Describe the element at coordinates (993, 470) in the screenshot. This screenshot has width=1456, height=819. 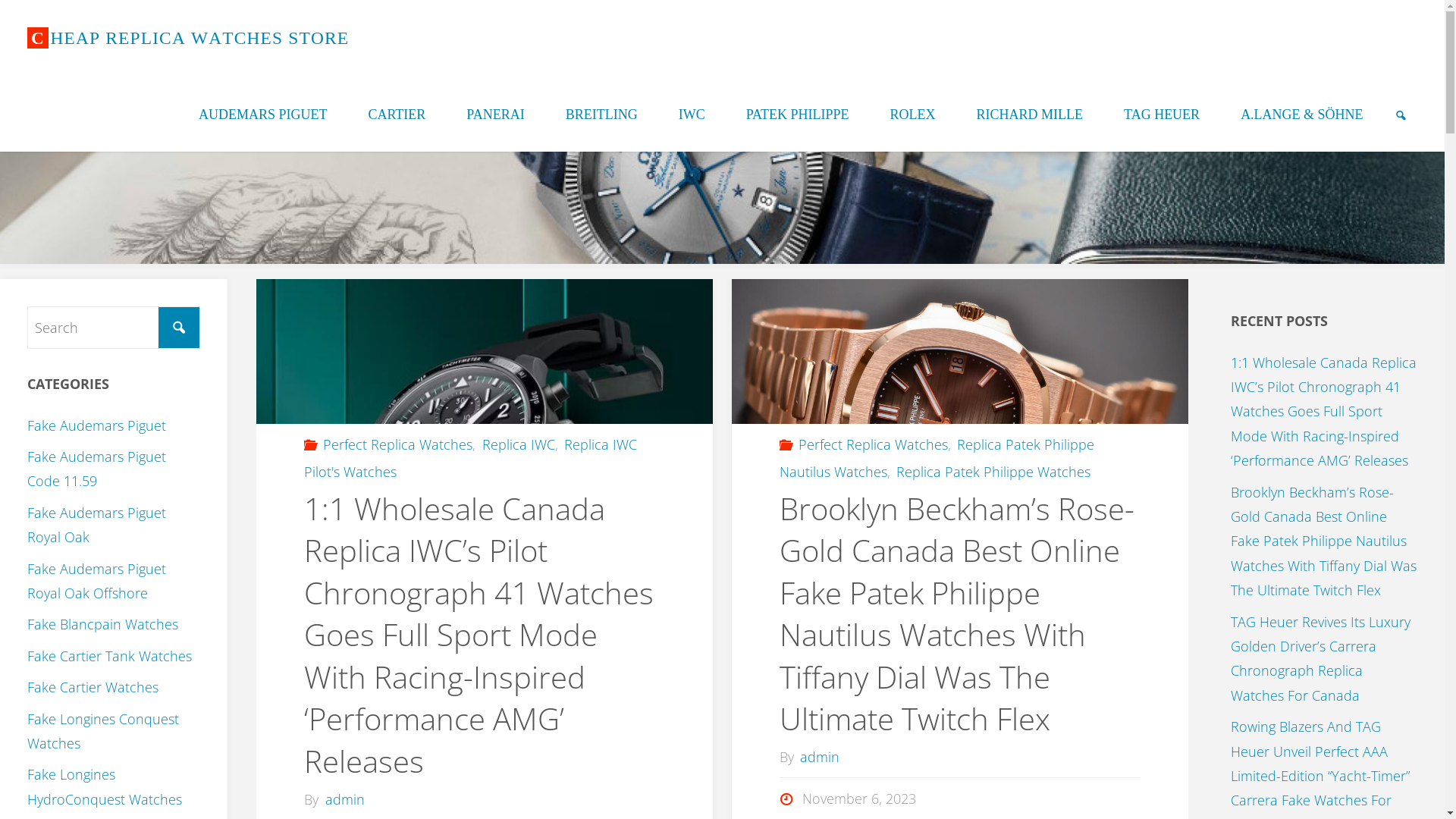
I see `'Replica Patek Philippe Watches'` at that location.